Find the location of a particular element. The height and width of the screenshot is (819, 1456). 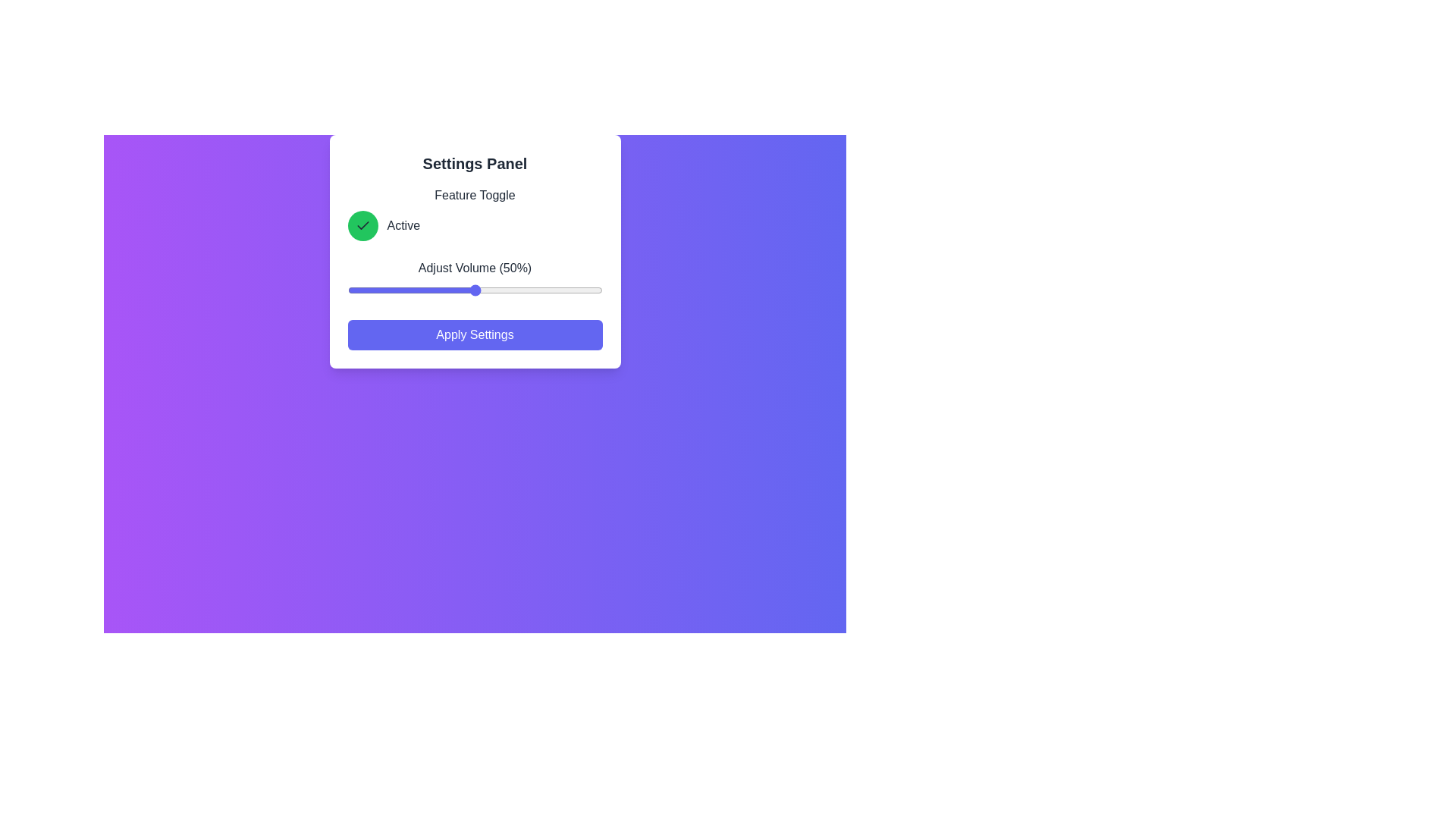

the static text header or label at the top of the Settings Panel, which indicates the panel's purpose to the user is located at coordinates (474, 164).